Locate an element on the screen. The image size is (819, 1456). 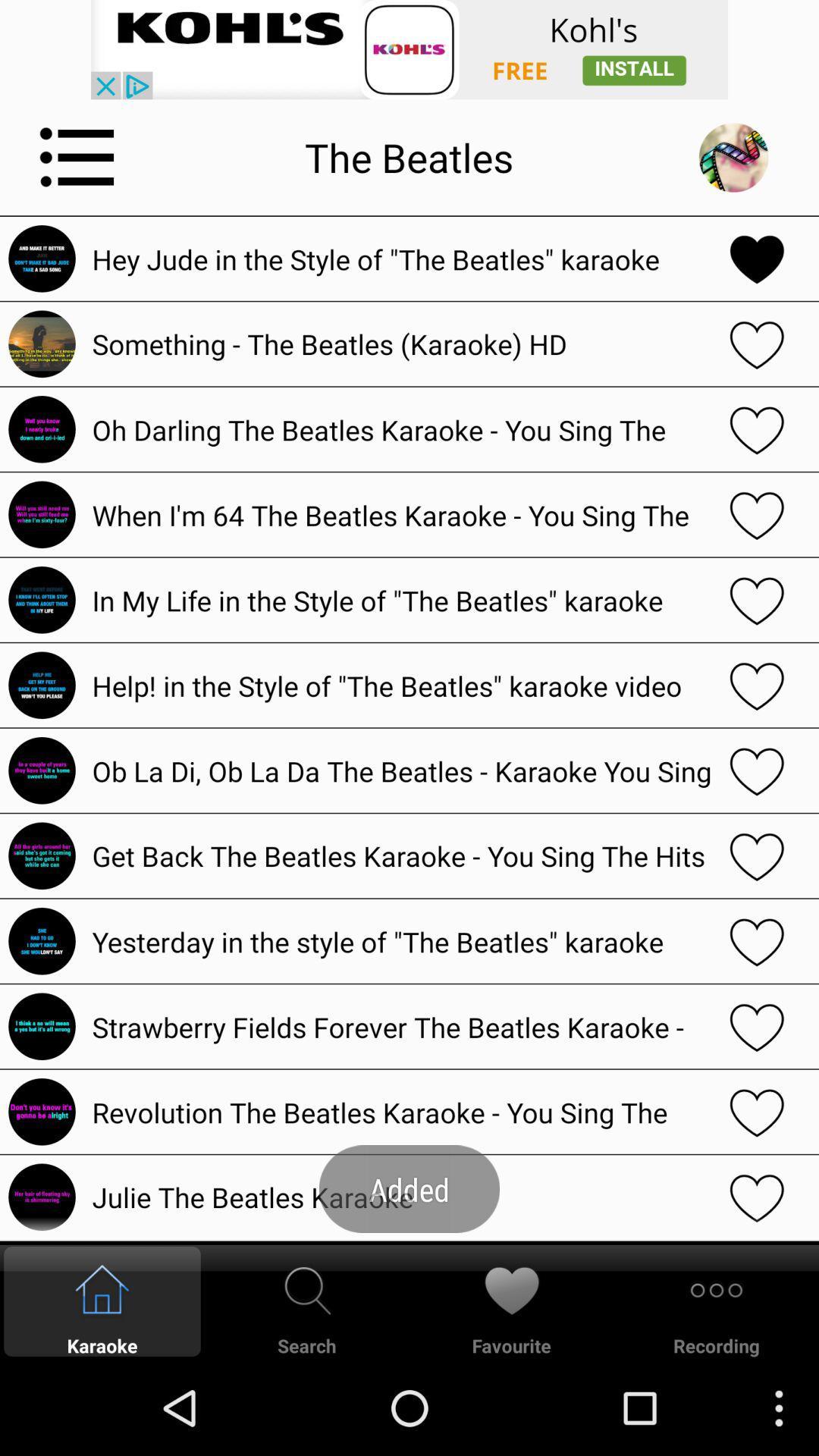
favourite button is located at coordinates (757, 940).